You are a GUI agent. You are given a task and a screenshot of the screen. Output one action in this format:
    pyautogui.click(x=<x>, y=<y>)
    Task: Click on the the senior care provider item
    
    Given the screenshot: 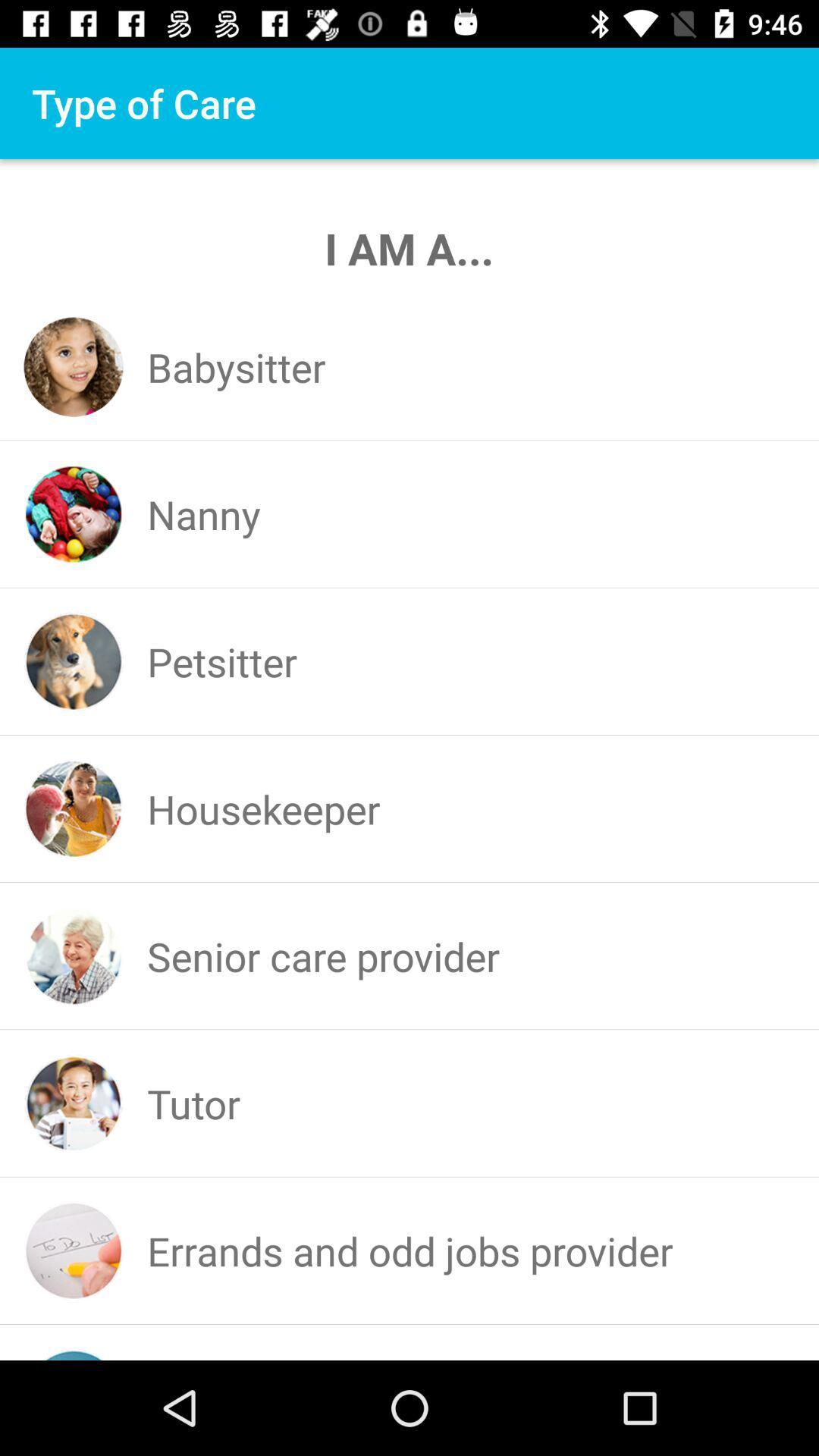 What is the action you would take?
    pyautogui.click(x=322, y=955)
    